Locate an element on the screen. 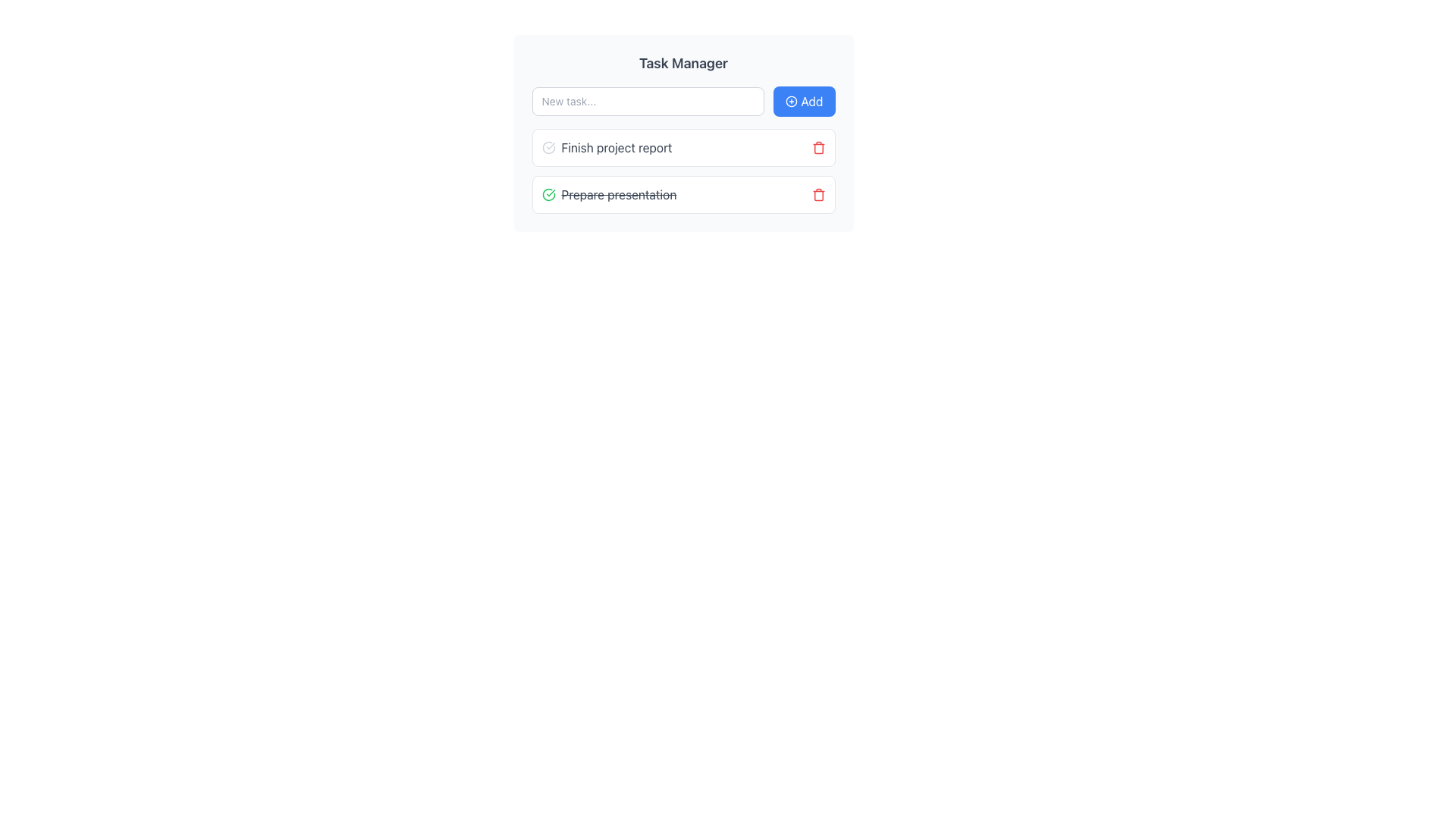 The width and height of the screenshot is (1456, 819). the text label that displays 'Finish project report' to trigger a tooltip is located at coordinates (617, 148).